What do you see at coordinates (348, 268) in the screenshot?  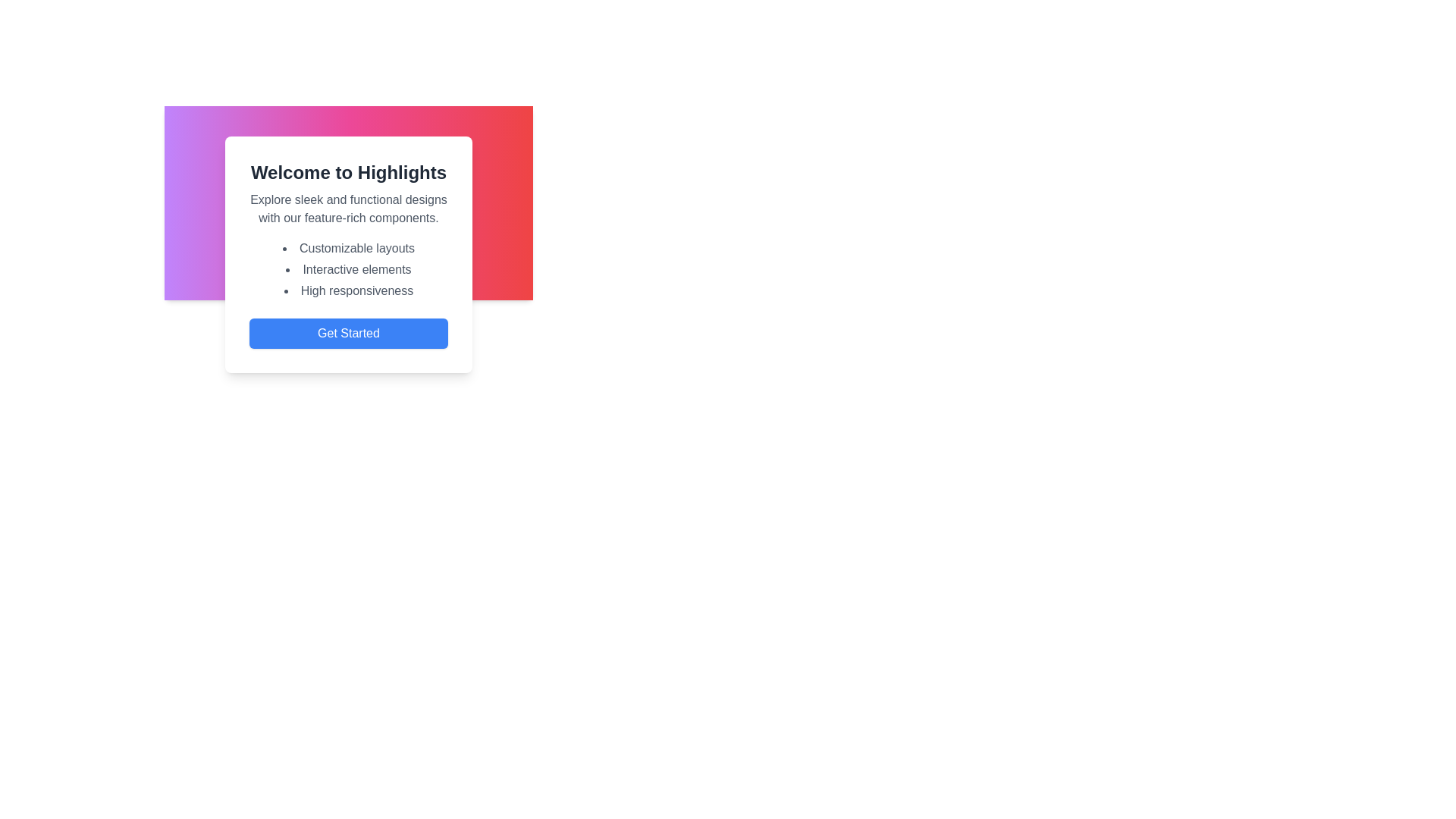 I see `the text item displaying 'Interactive elements' in the bulleted list, which is the second item in the list and is positioned between 'Customizable layouts' and 'High responsiveness'` at bounding box center [348, 268].